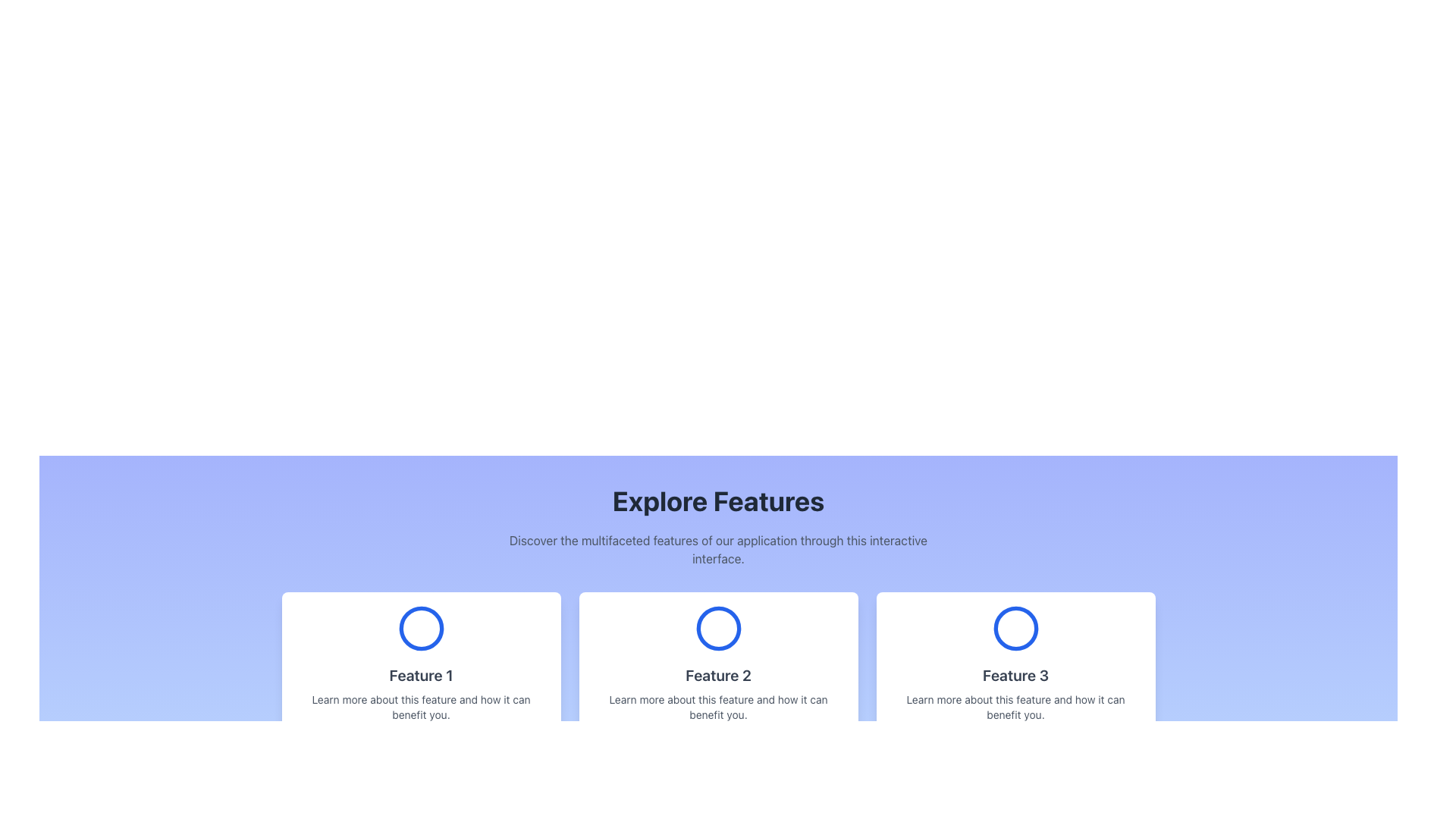 This screenshot has height=819, width=1456. I want to click on the text element 'Explore Features' which is styled in bold, large font and is prominently displayed on a blue background, so click(717, 500).